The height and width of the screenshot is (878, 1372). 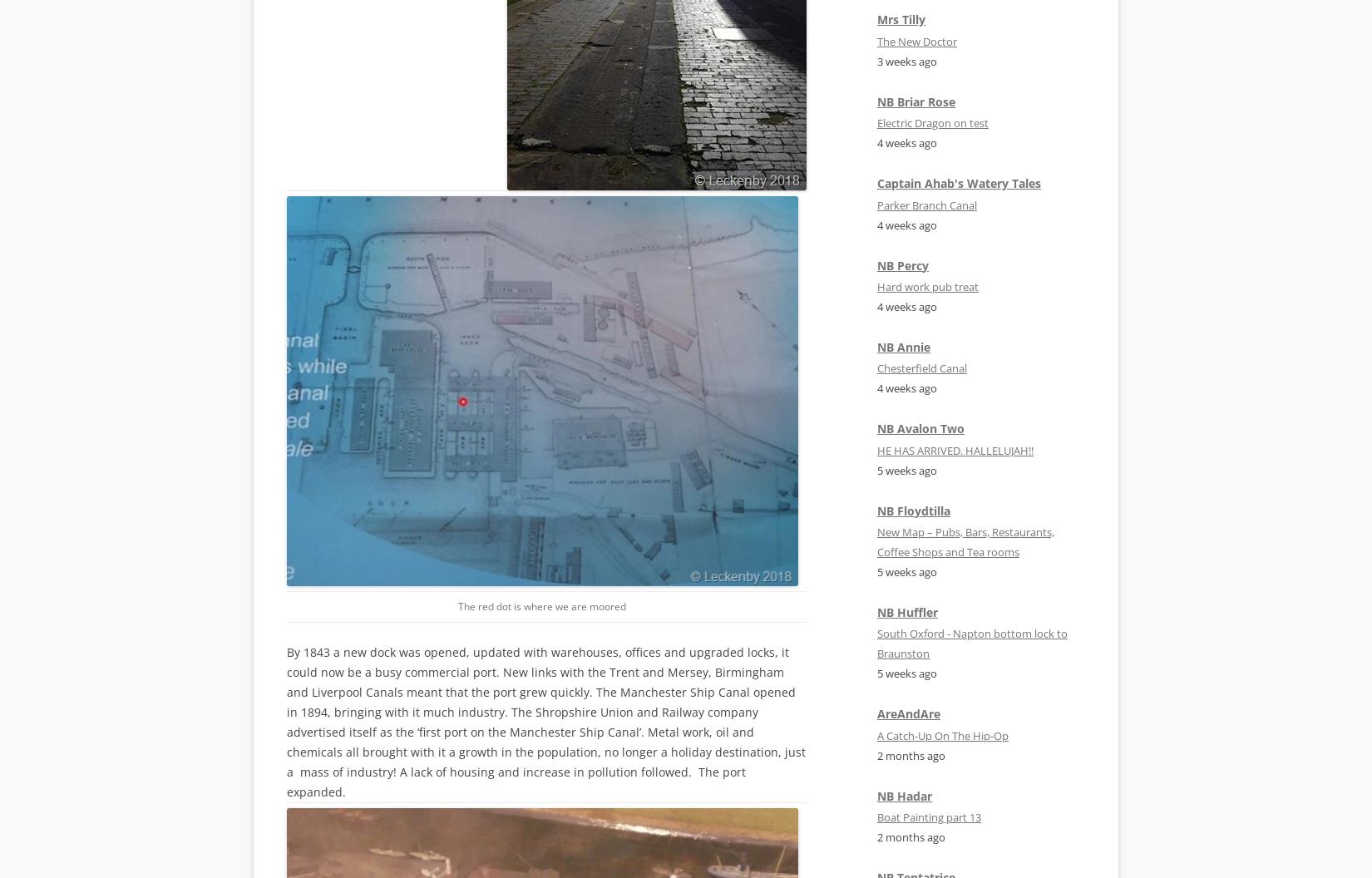 What do you see at coordinates (287, 720) in the screenshot?
I see `'By 1843 a new dock was opened, updated with warehouses, offices and upgraded locks, it could now be a busy commercial port. New links with the Trent and Mersey, Birmingham and Liverpool Canals meant that the port grew quickly. The Manchester Ship Canal opened in 1894, bringing with it much industry. The Shropshire Union and Railway company advertised itself as the ‘first port on the Manchester Ship Canal’. Metal work, oil and chemicals all brought with it a growth in the population, no longer a holiday destination, just a  mass of industry! A lack of housing and increase in pollution followed.  The port expanded.'` at bounding box center [287, 720].